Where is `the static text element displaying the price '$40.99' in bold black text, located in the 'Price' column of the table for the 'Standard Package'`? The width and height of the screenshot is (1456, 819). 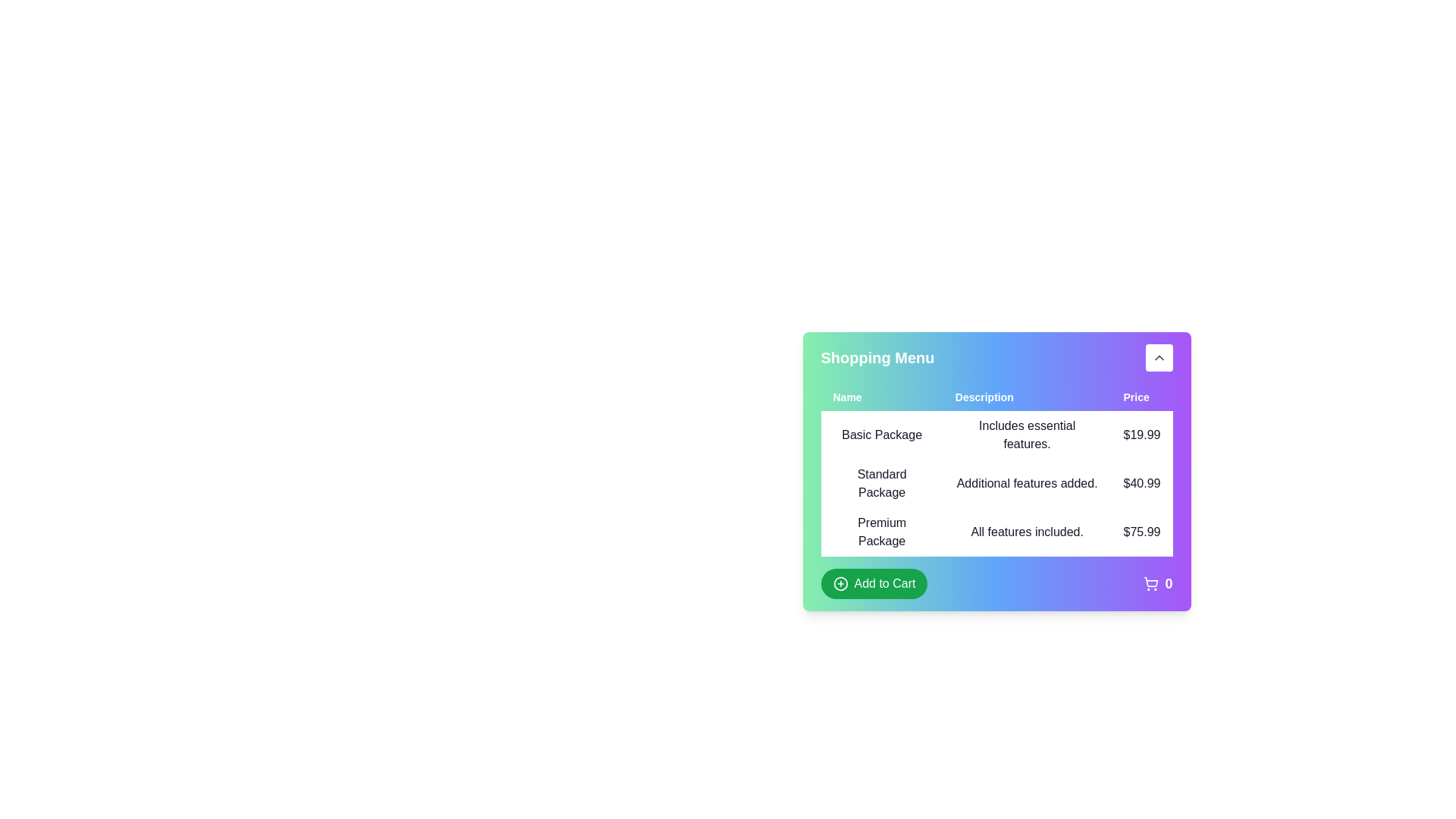
the static text element displaying the price '$40.99' in bold black text, located in the 'Price' column of the table for the 'Standard Package' is located at coordinates (1142, 483).